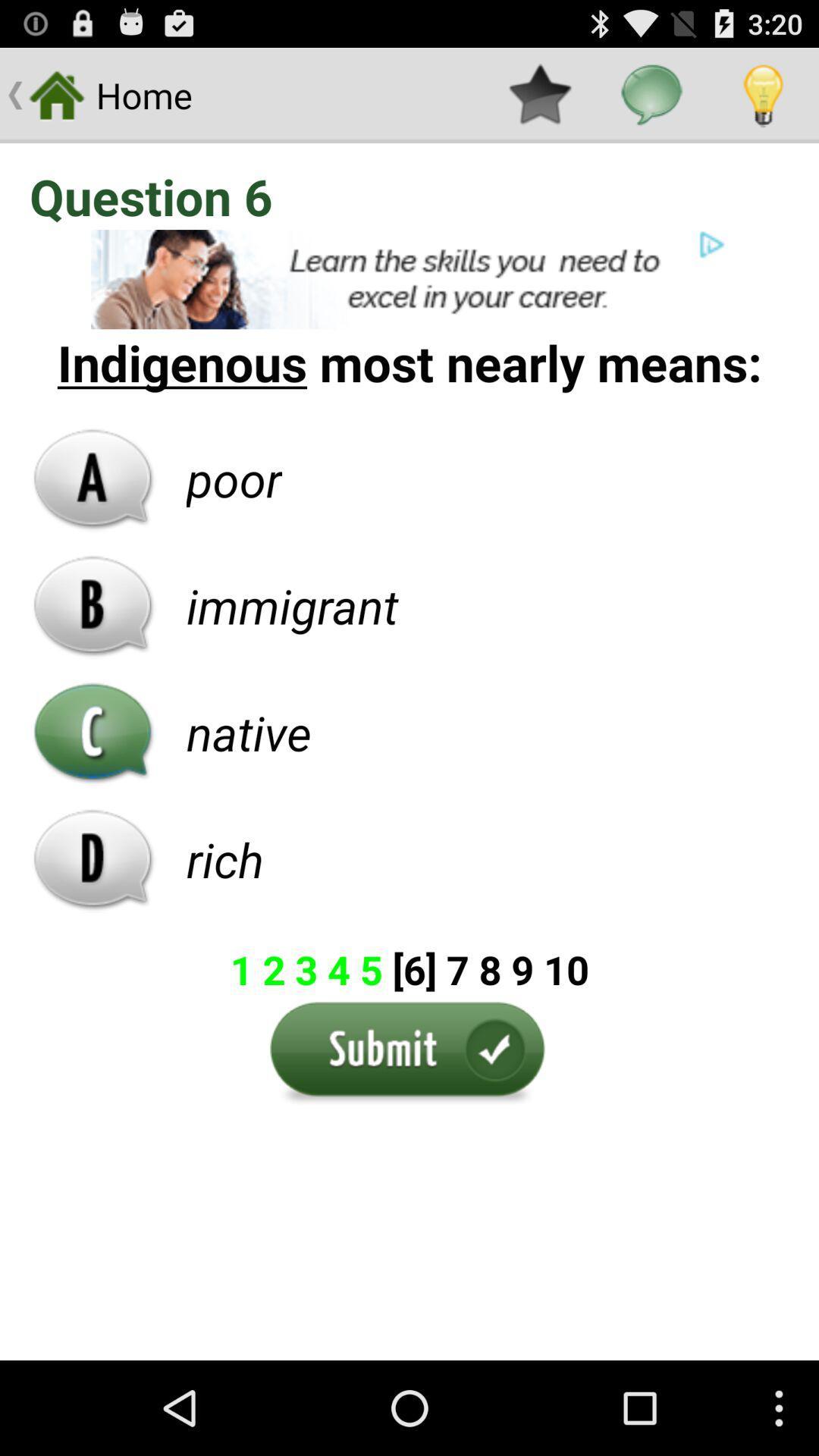  I want to click on immigrant, so click(292, 604).